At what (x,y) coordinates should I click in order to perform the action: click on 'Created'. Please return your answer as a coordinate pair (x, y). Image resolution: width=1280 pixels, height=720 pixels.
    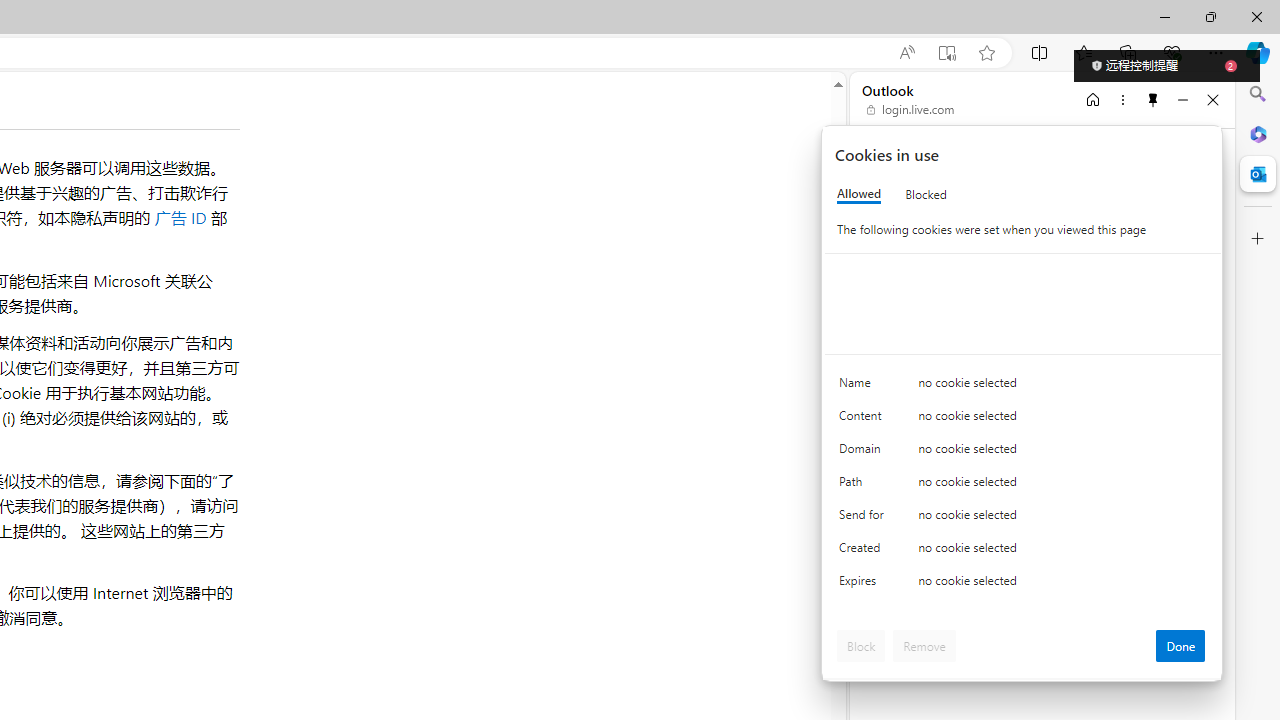
    Looking at the image, I should click on (865, 552).